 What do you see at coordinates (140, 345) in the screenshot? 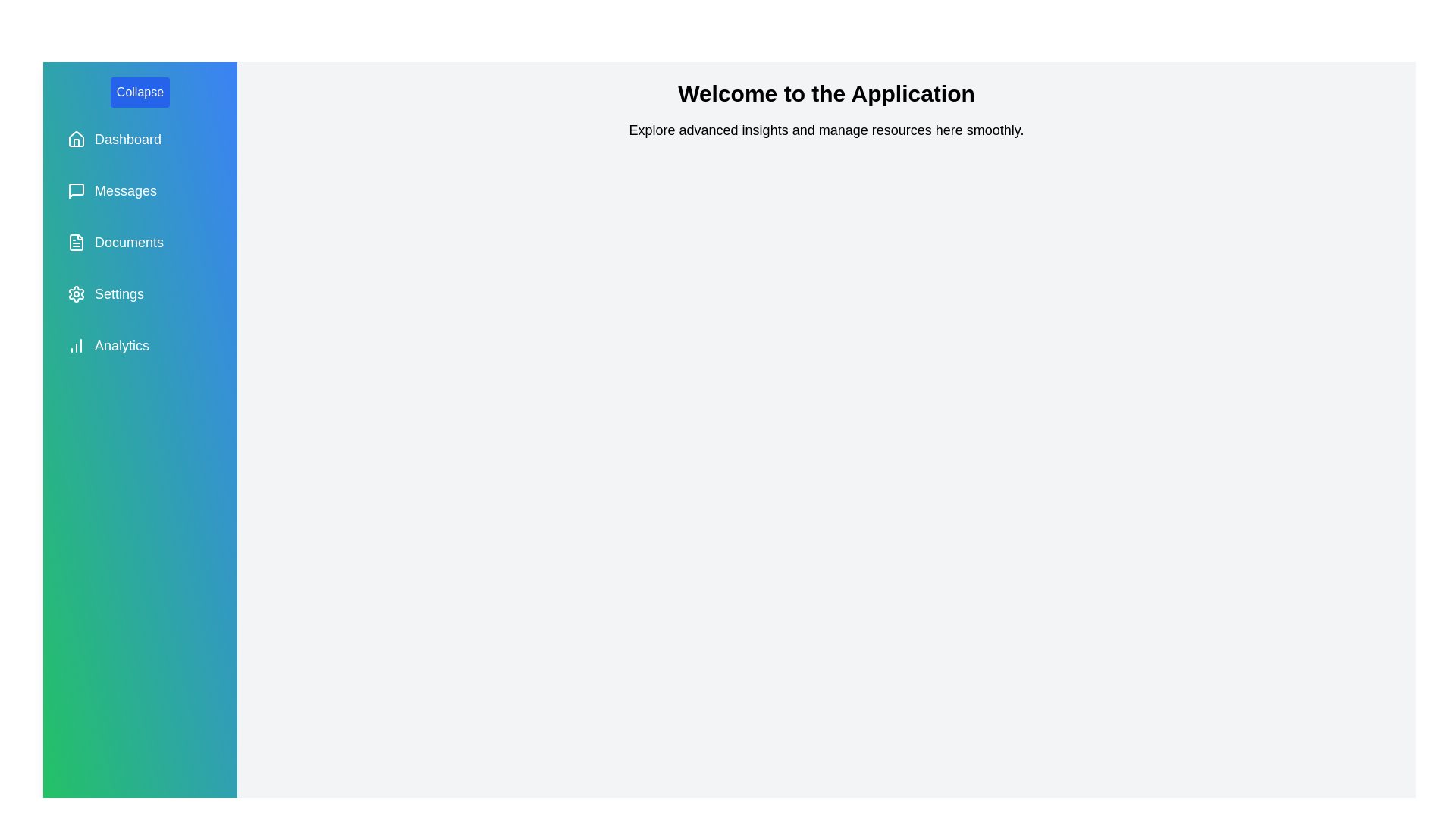
I see `the navigation option Analytics to navigate to the respective section` at bounding box center [140, 345].